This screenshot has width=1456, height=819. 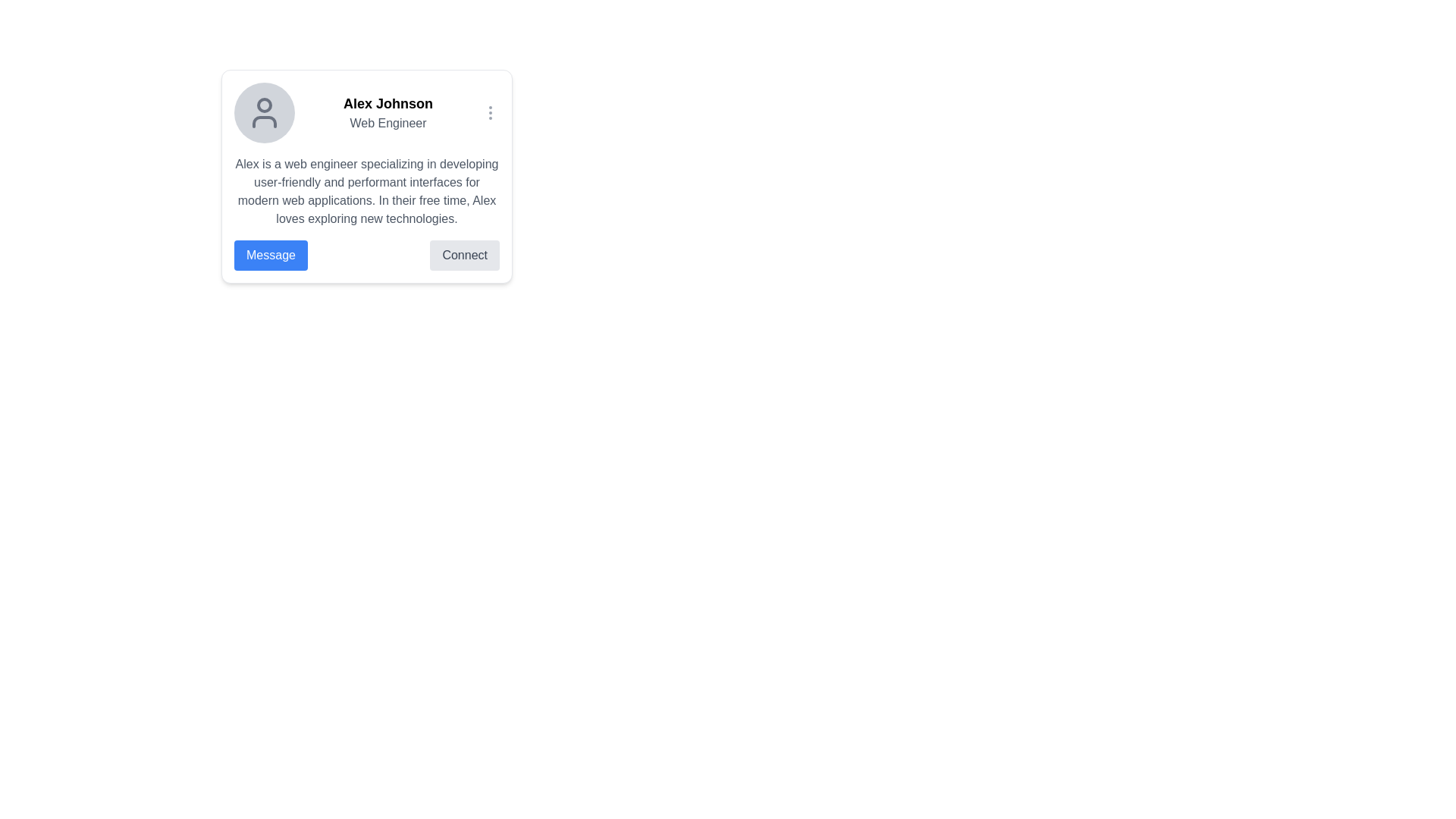 I want to click on the button intended for initiating a connection with the user, located to the right of the 'Message' button within the user profile card layout, so click(x=464, y=254).